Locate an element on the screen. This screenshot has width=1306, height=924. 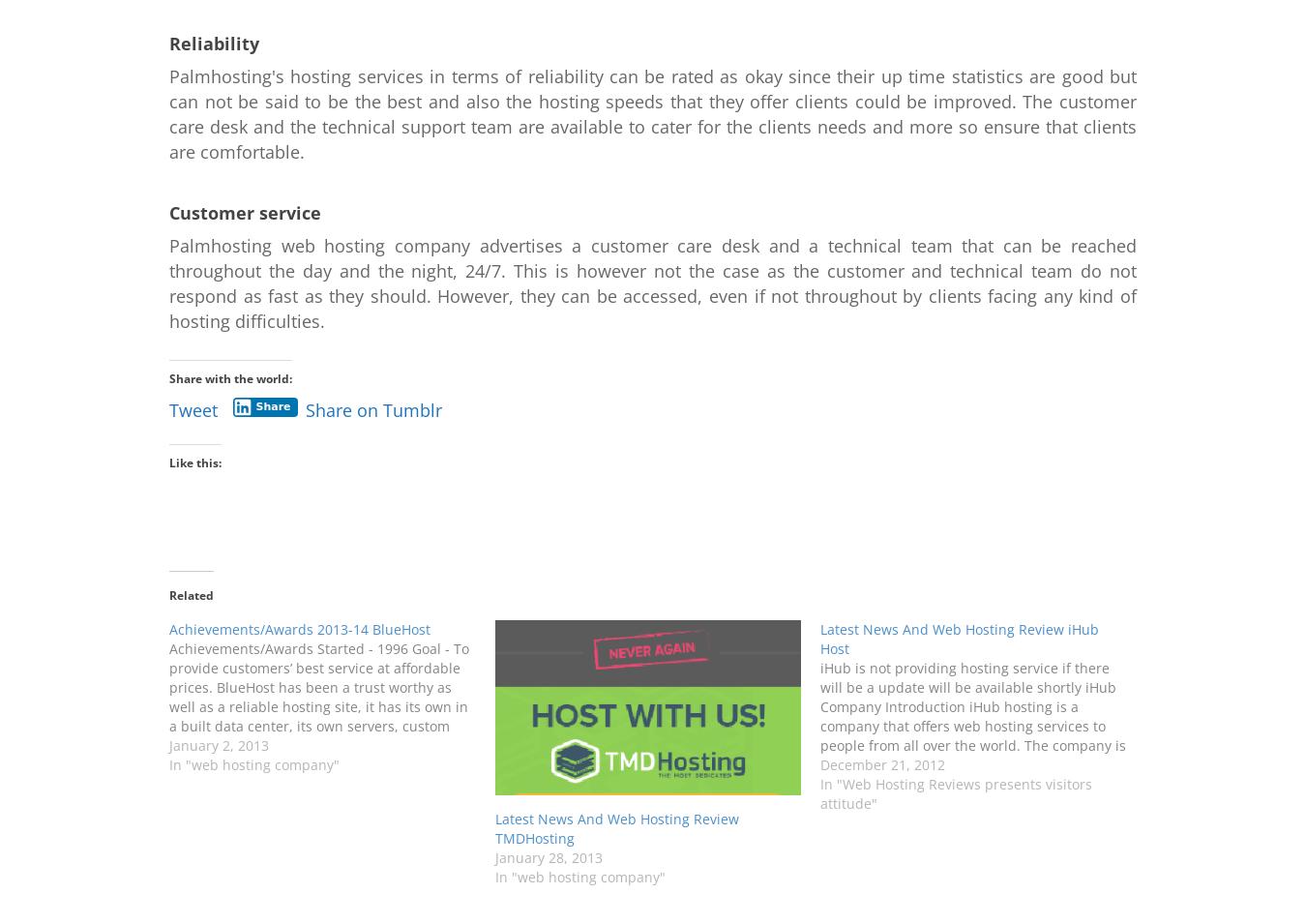
'Related' is located at coordinates (168, 594).